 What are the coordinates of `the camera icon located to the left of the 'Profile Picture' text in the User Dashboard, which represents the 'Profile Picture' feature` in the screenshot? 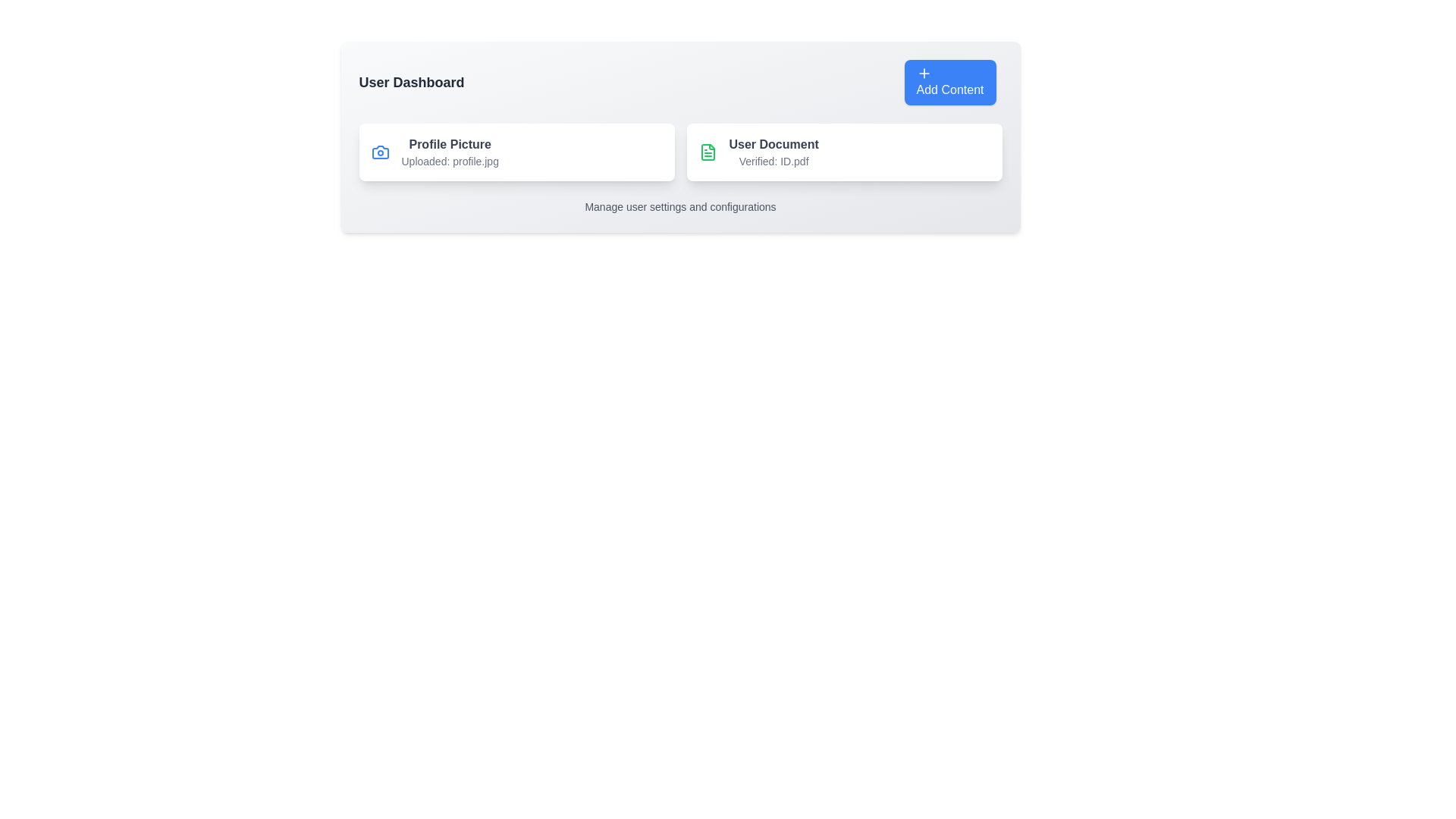 It's located at (380, 152).